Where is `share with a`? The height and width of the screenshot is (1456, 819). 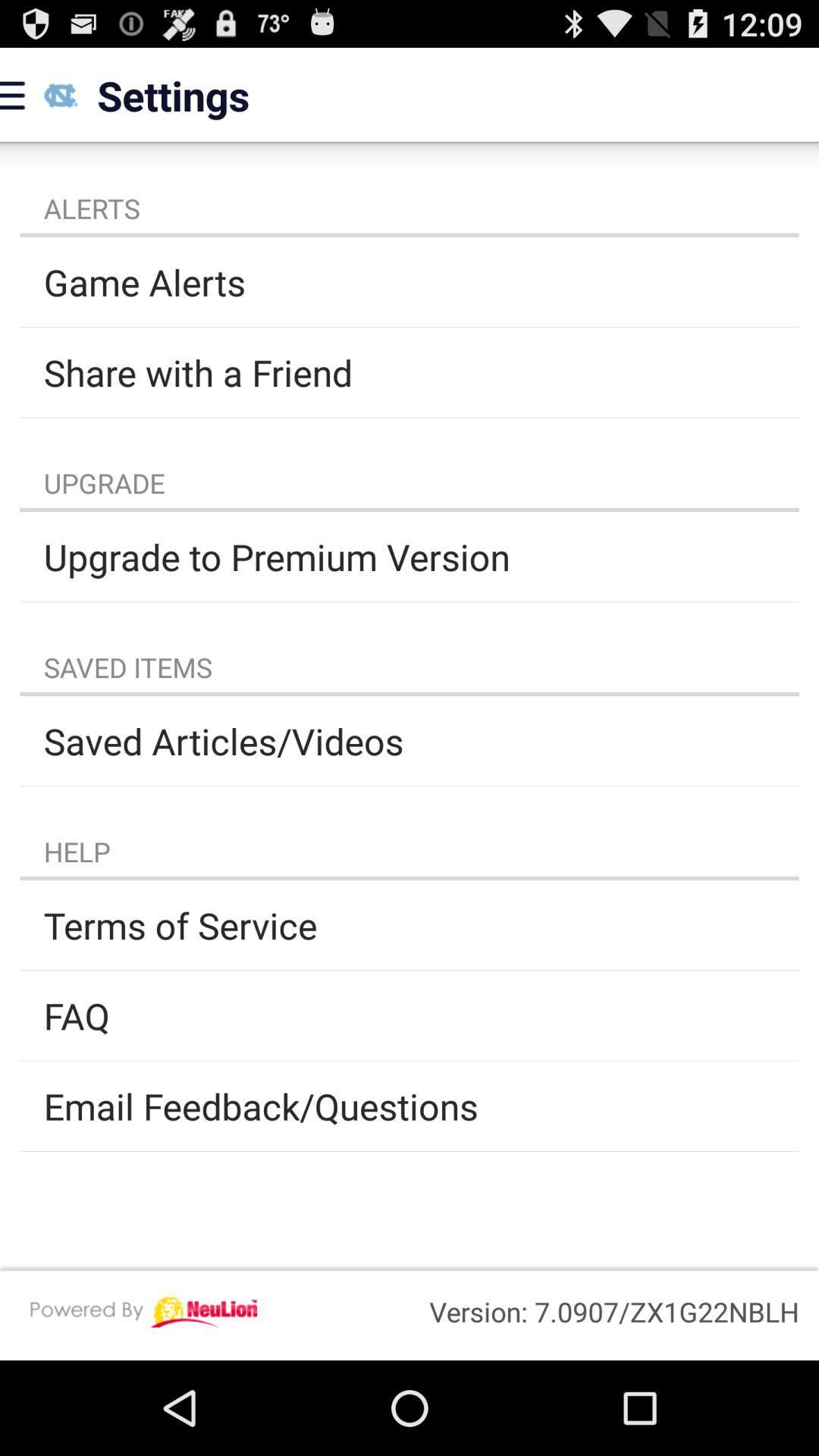
share with a is located at coordinates (409, 372).